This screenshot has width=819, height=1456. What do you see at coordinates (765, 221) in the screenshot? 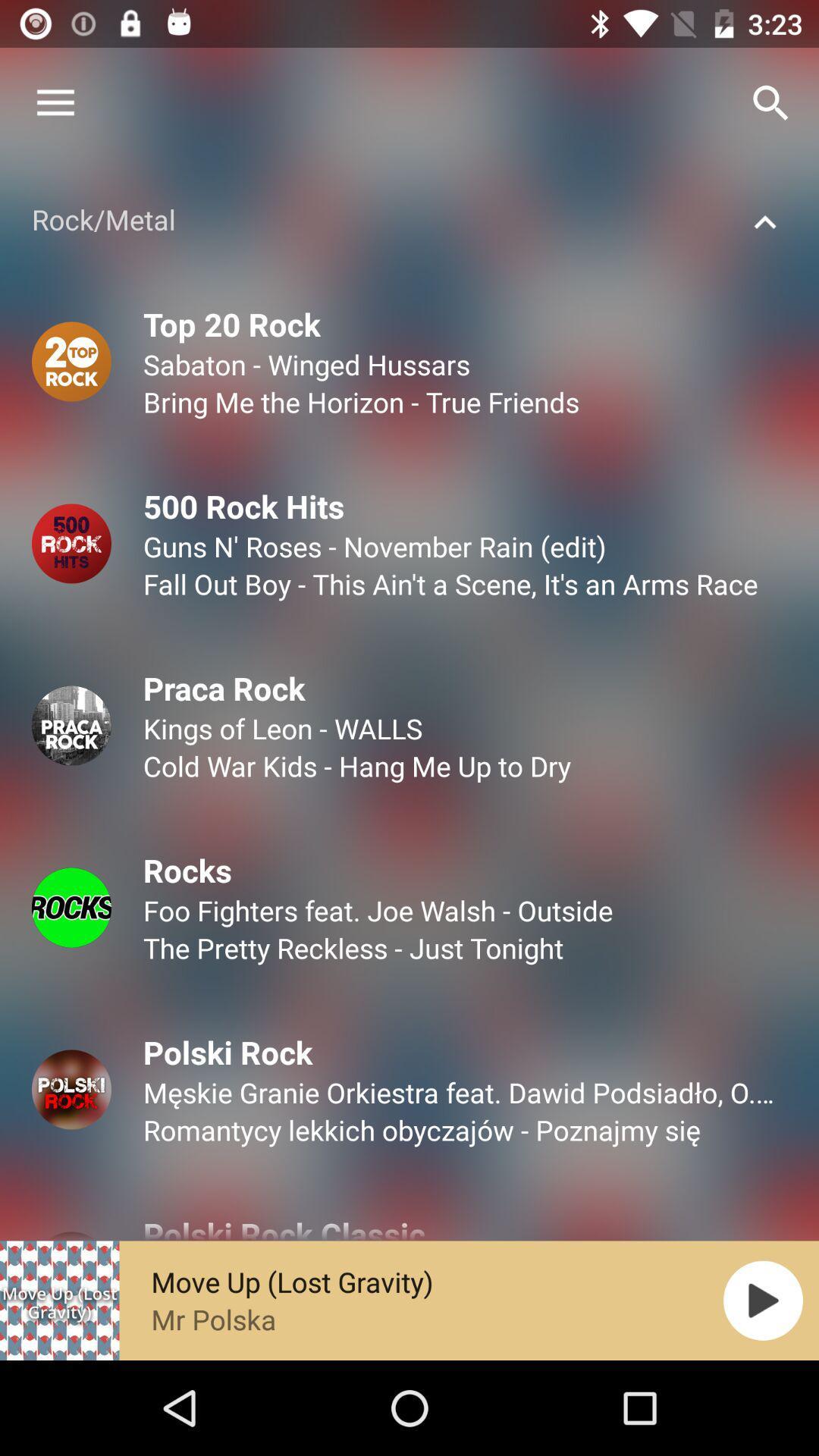
I see `icon right to rockmetal text` at bounding box center [765, 221].